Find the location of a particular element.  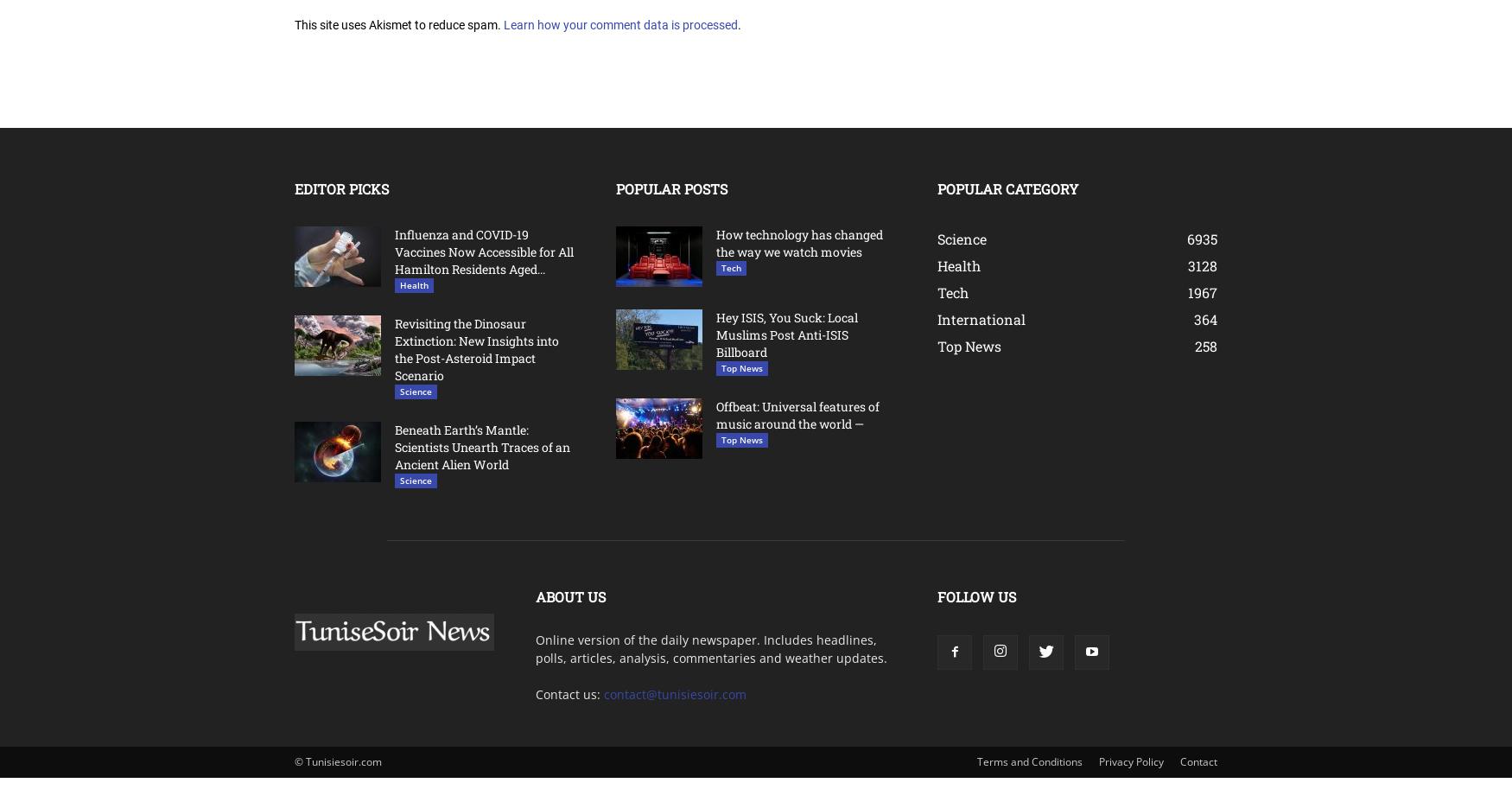

'contact@tunisiesoir.com' is located at coordinates (674, 692).